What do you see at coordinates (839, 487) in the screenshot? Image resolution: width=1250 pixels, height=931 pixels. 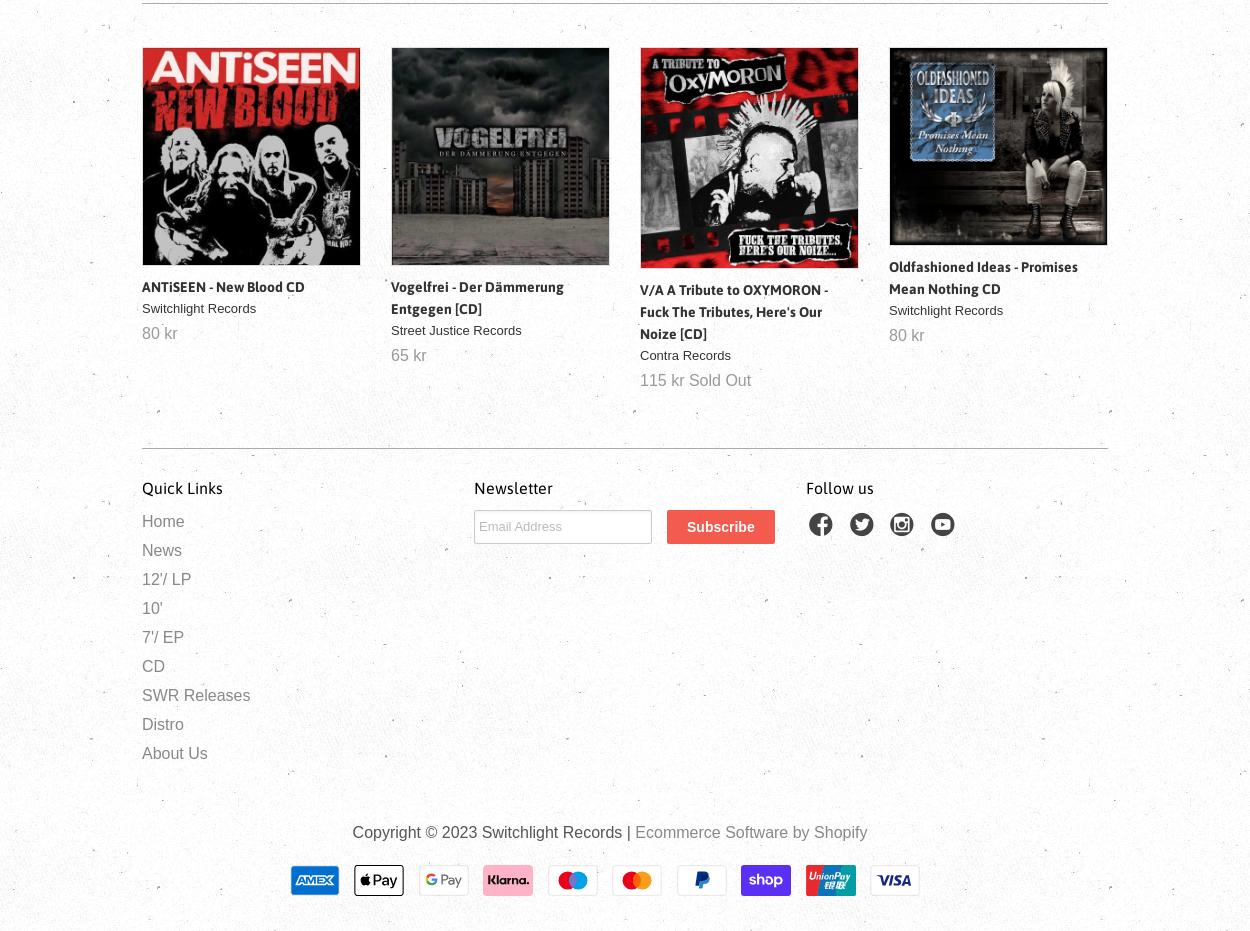 I see `'Follow us'` at bounding box center [839, 487].